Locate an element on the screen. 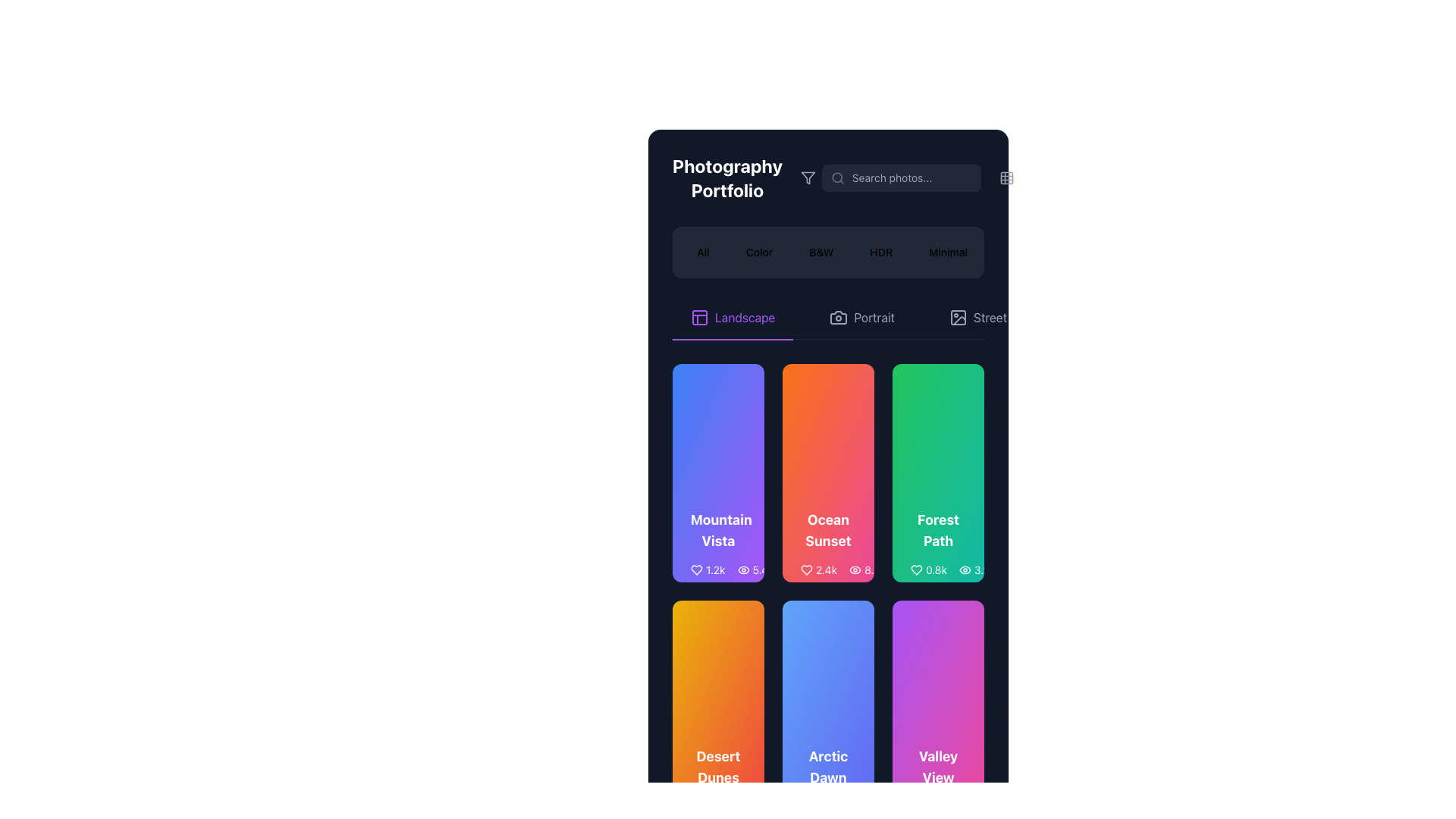 The height and width of the screenshot is (819, 1456). the "views" icon located at the bottom of the card for the item 'Ocean Sunset', which shows the view count '5.4k' is located at coordinates (743, 570).